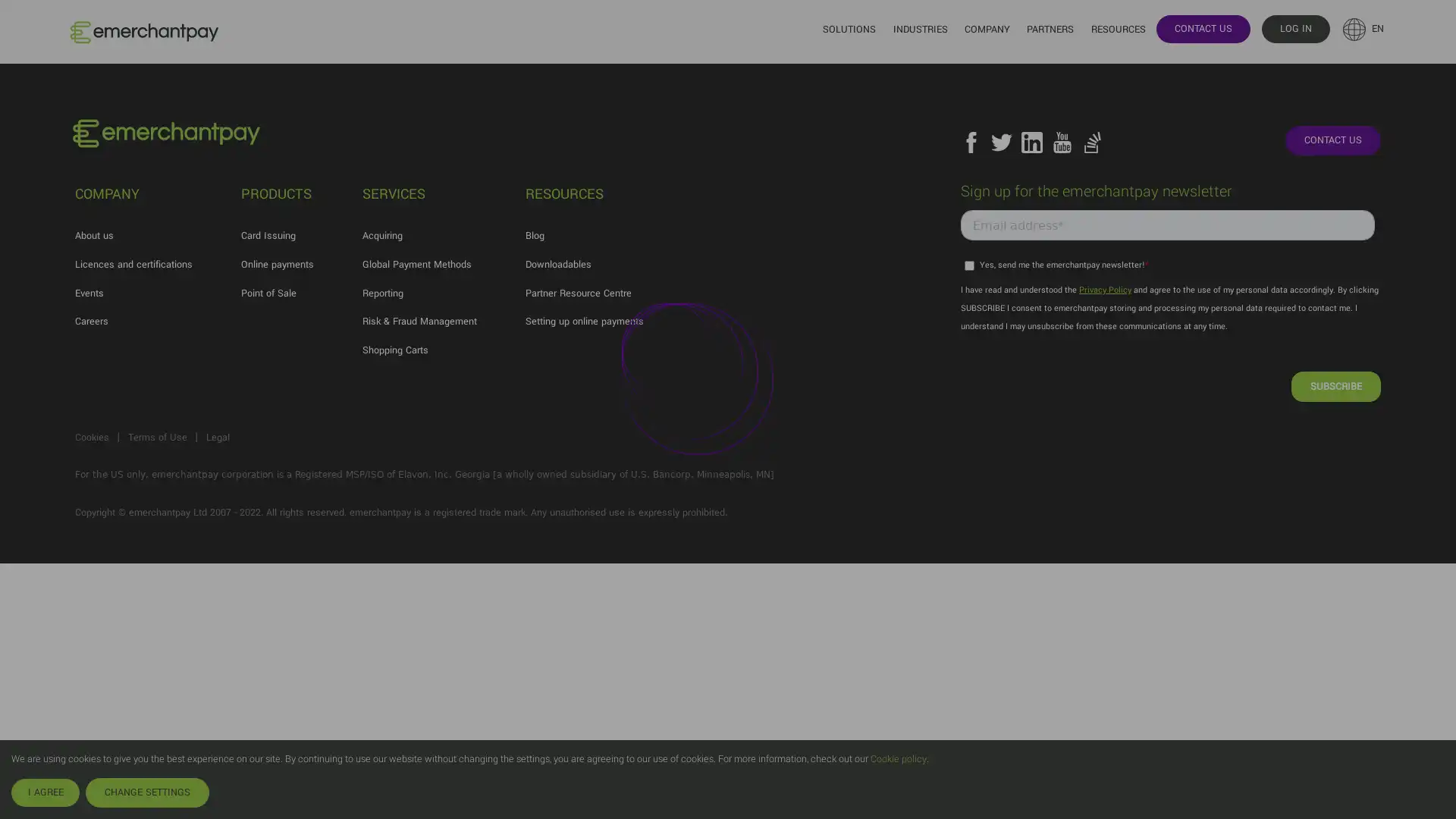 This screenshot has width=1456, height=819. Describe the element at coordinates (45, 792) in the screenshot. I see `I AGREE` at that location.